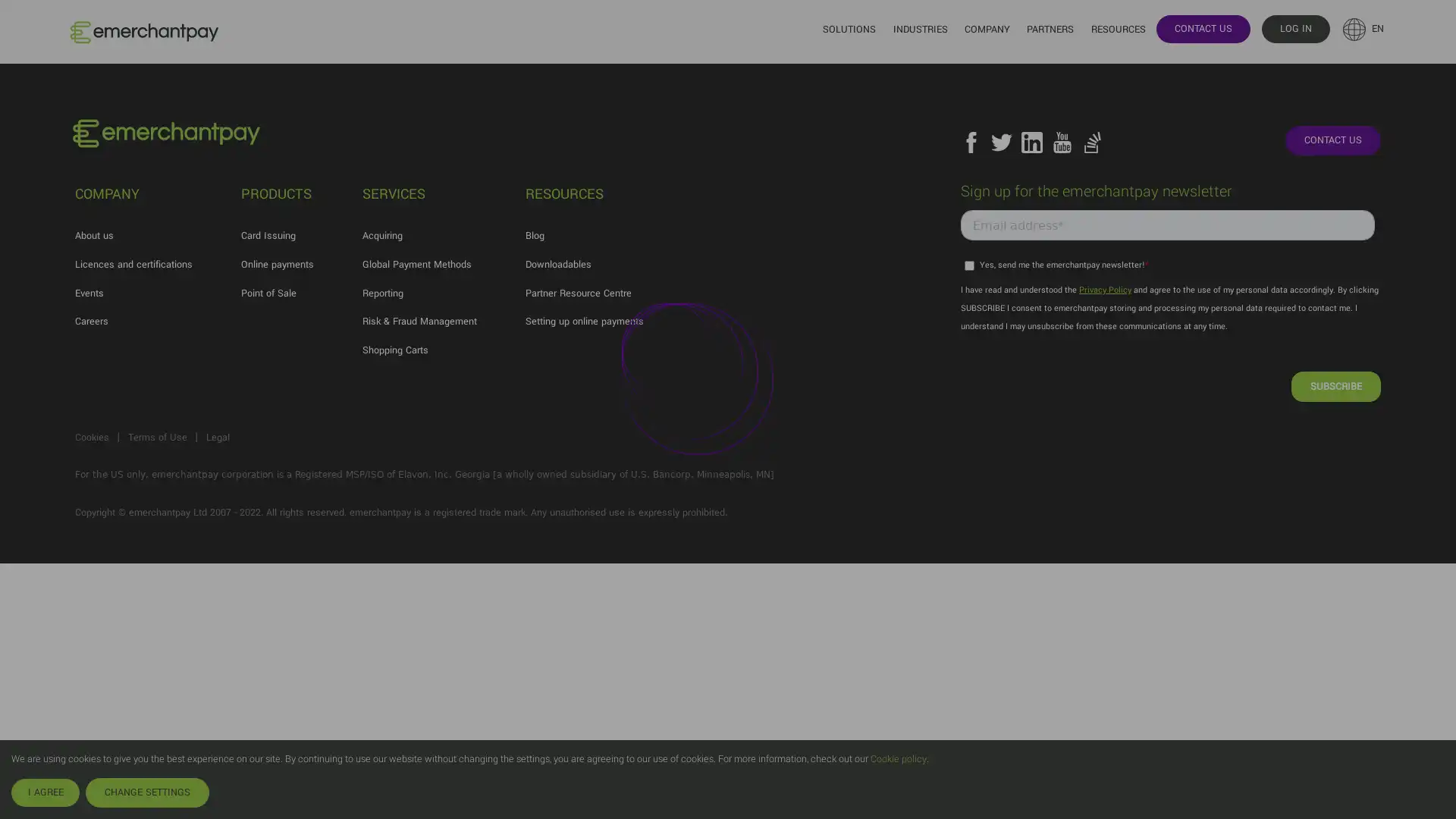 This screenshot has width=1456, height=819. Describe the element at coordinates (45, 792) in the screenshot. I see `I AGREE` at that location.